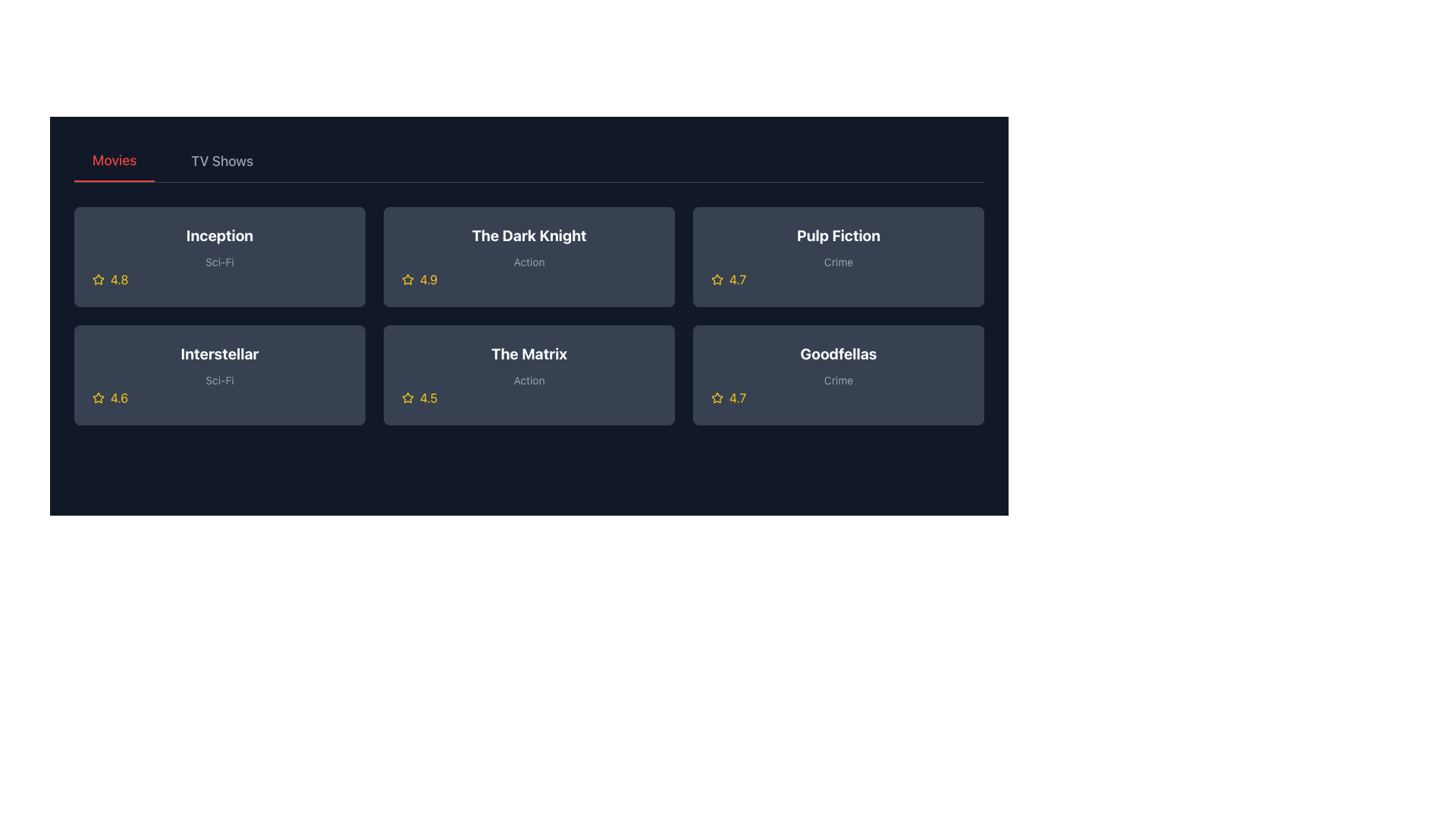  Describe the element at coordinates (218, 256) in the screenshot. I see `the information icon shaped as an encircled 'i' located within the upper-left section of the 'Inception' movie card` at that location.